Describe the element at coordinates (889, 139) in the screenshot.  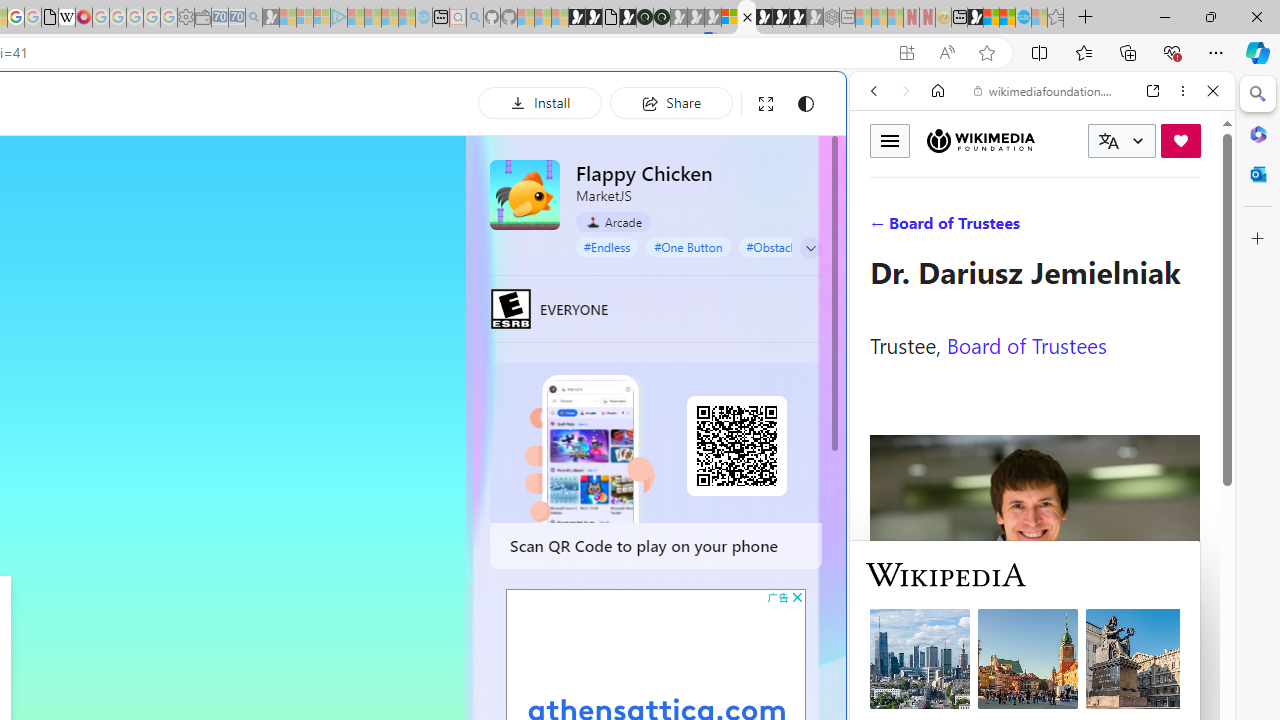
I see `'Toggle menu'` at that location.